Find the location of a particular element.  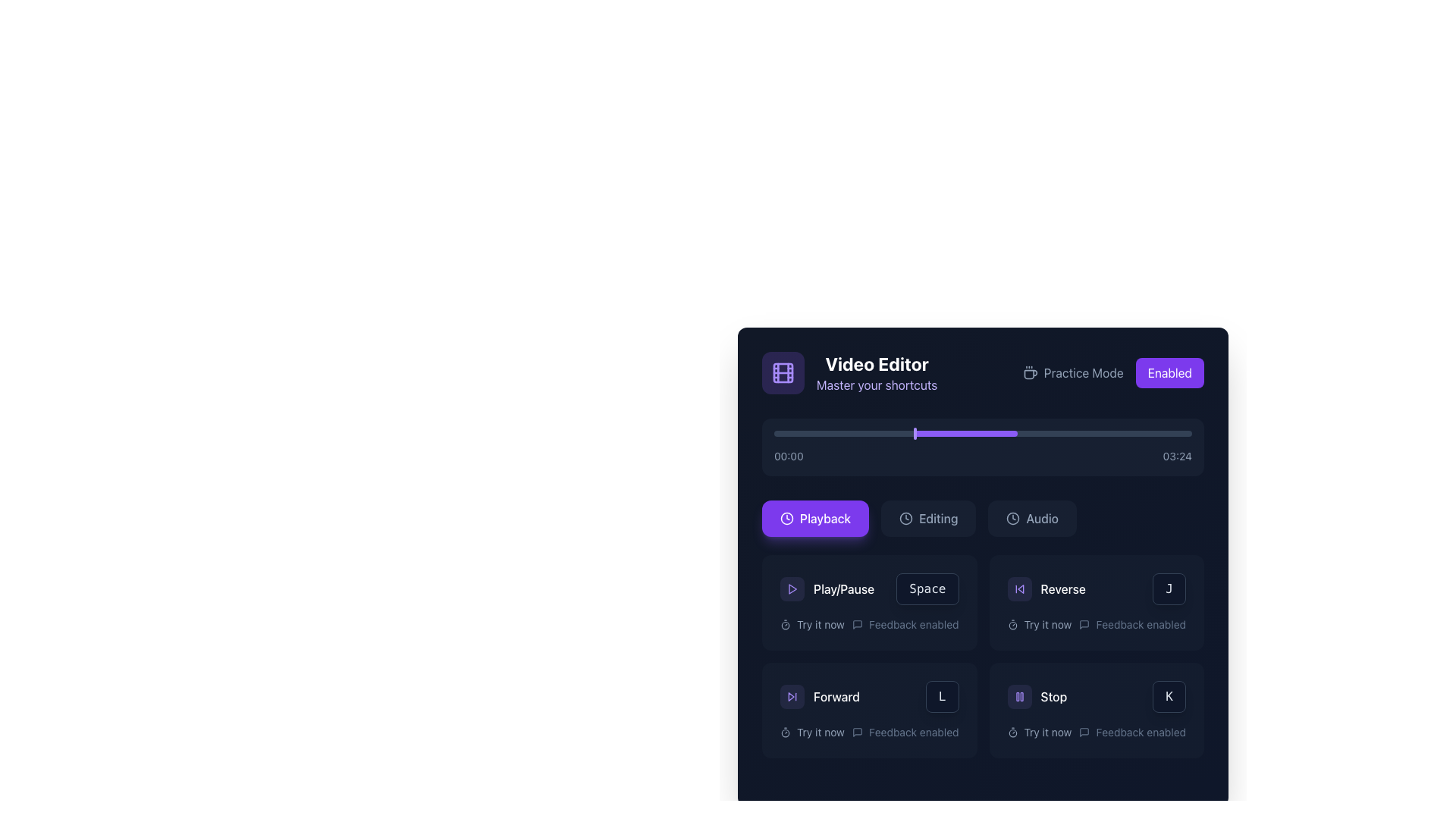

the playback time is located at coordinates (840, 433).